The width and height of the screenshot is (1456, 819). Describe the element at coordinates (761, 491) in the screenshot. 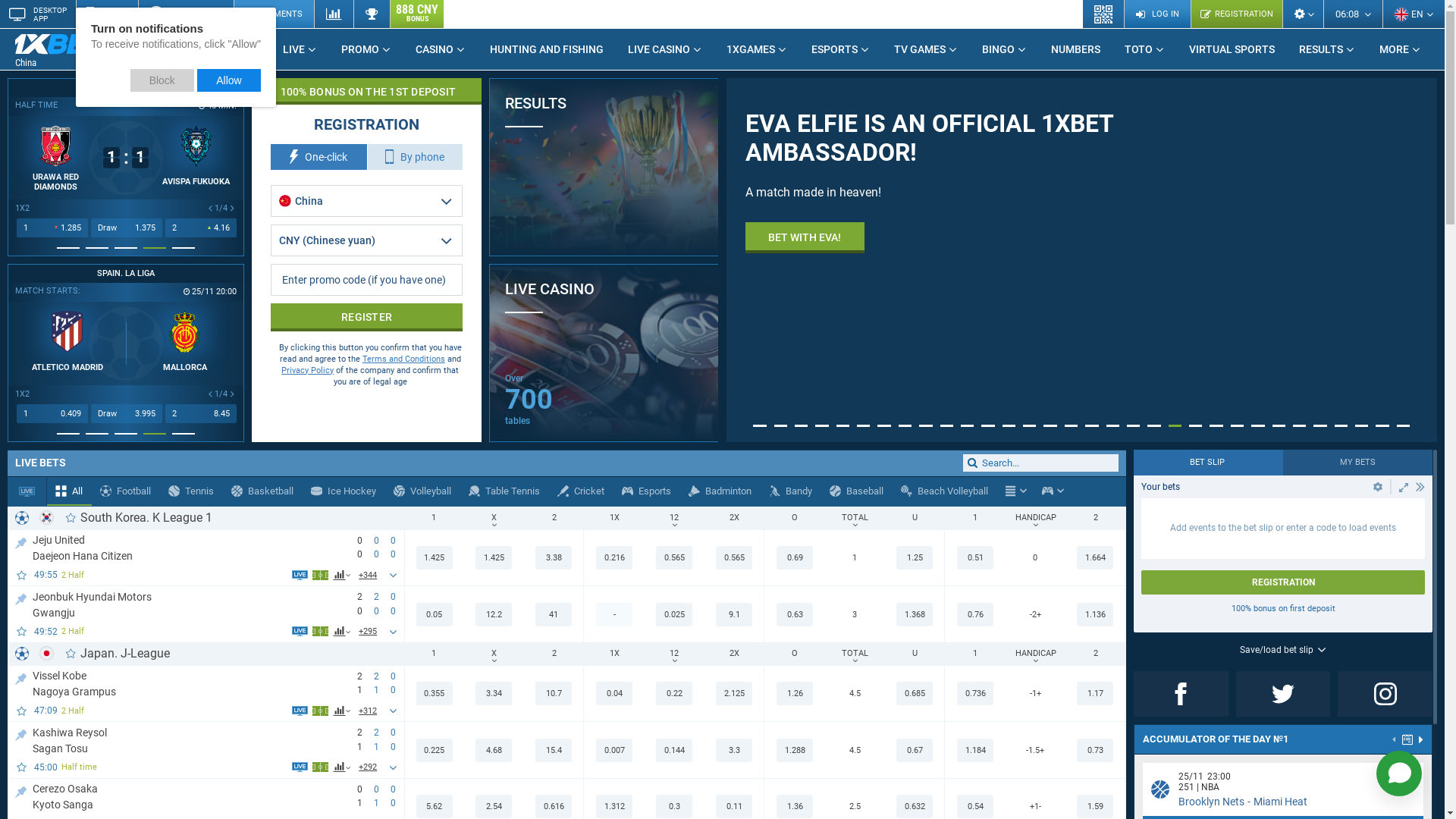

I see `'Bandy'` at that location.